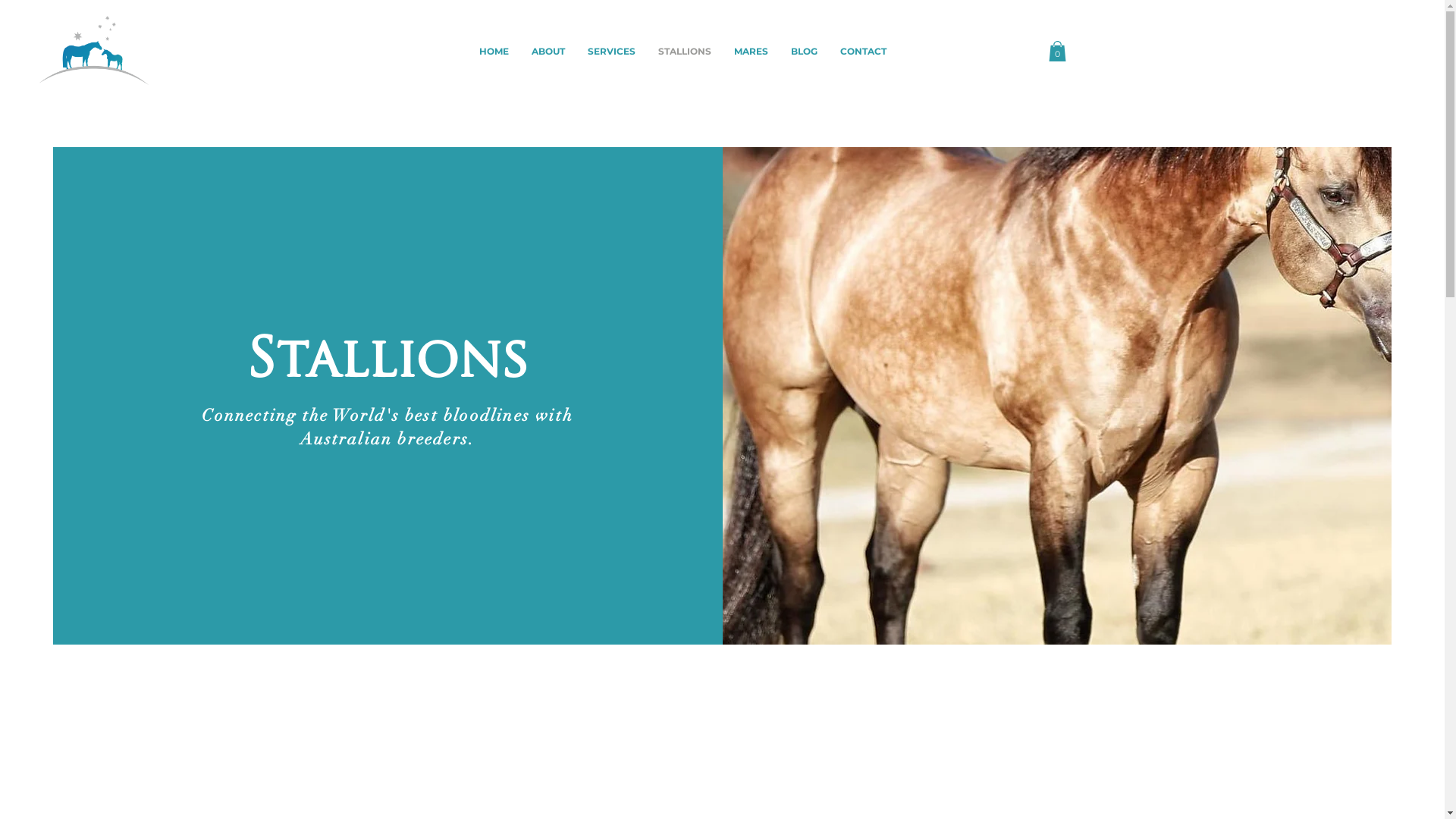 The image size is (1456, 819). What do you see at coordinates (683, 50) in the screenshot?
I see `'STALLIONS'` at bounding box center [683, 50].